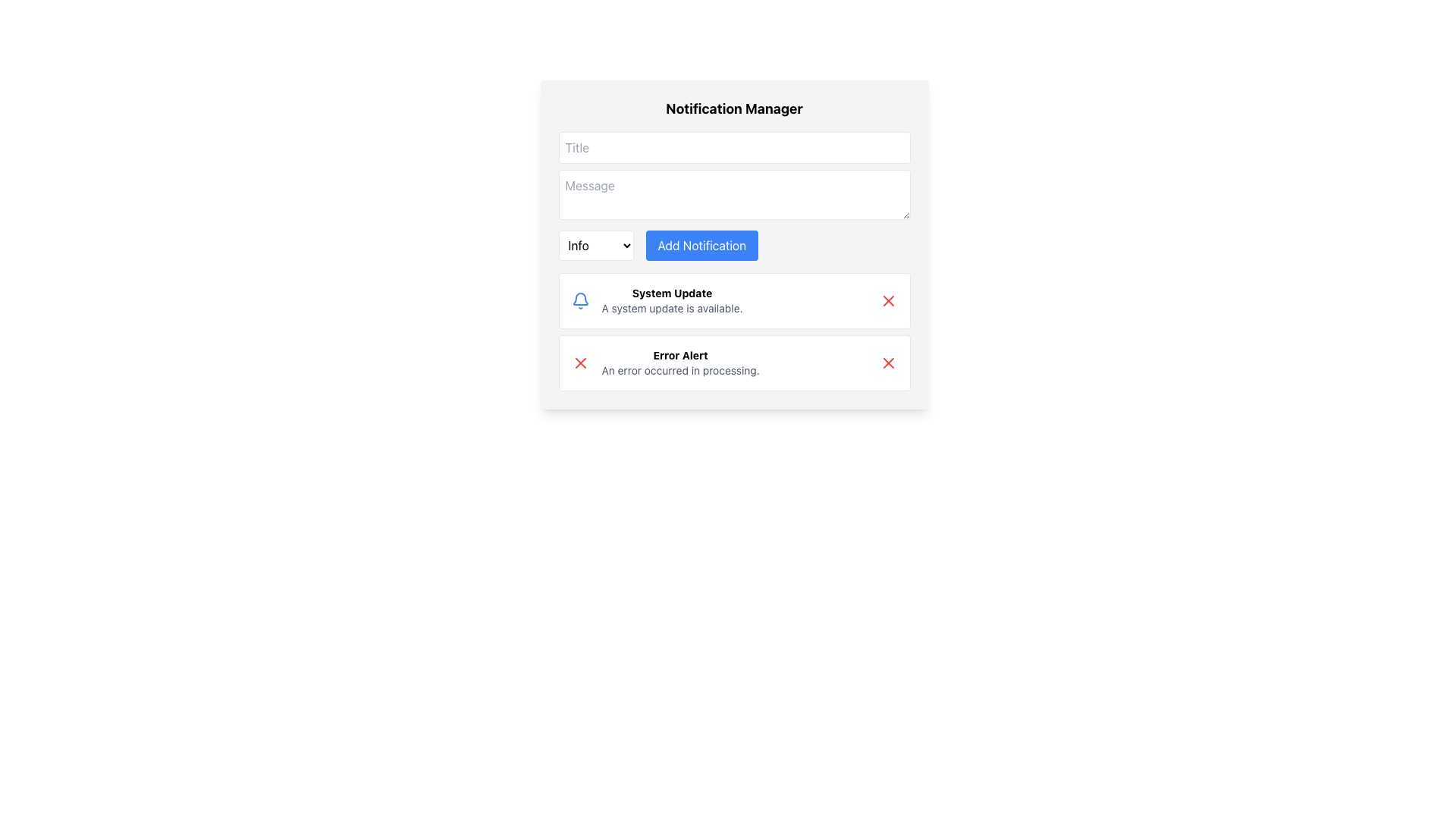 The width and height of the screenshot is (1456, 819). I want to click on error message from the Text Label that displays 'Error Alert' and 'An error occurred in processing,' located below 'System Update' and to the right of the red 'X' icon, so click(679, 362).